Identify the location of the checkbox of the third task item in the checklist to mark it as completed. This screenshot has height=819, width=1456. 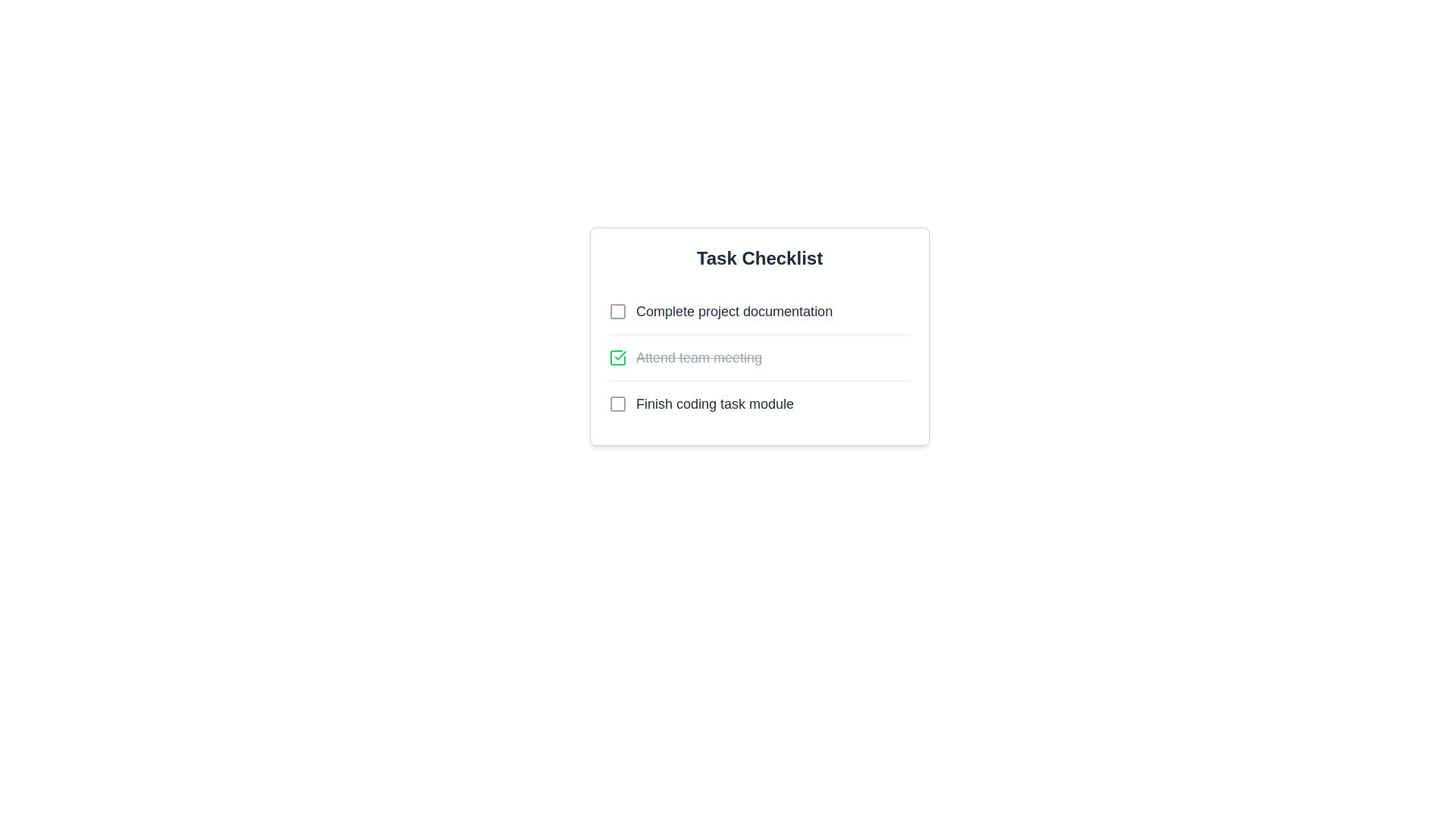
(760, 403).